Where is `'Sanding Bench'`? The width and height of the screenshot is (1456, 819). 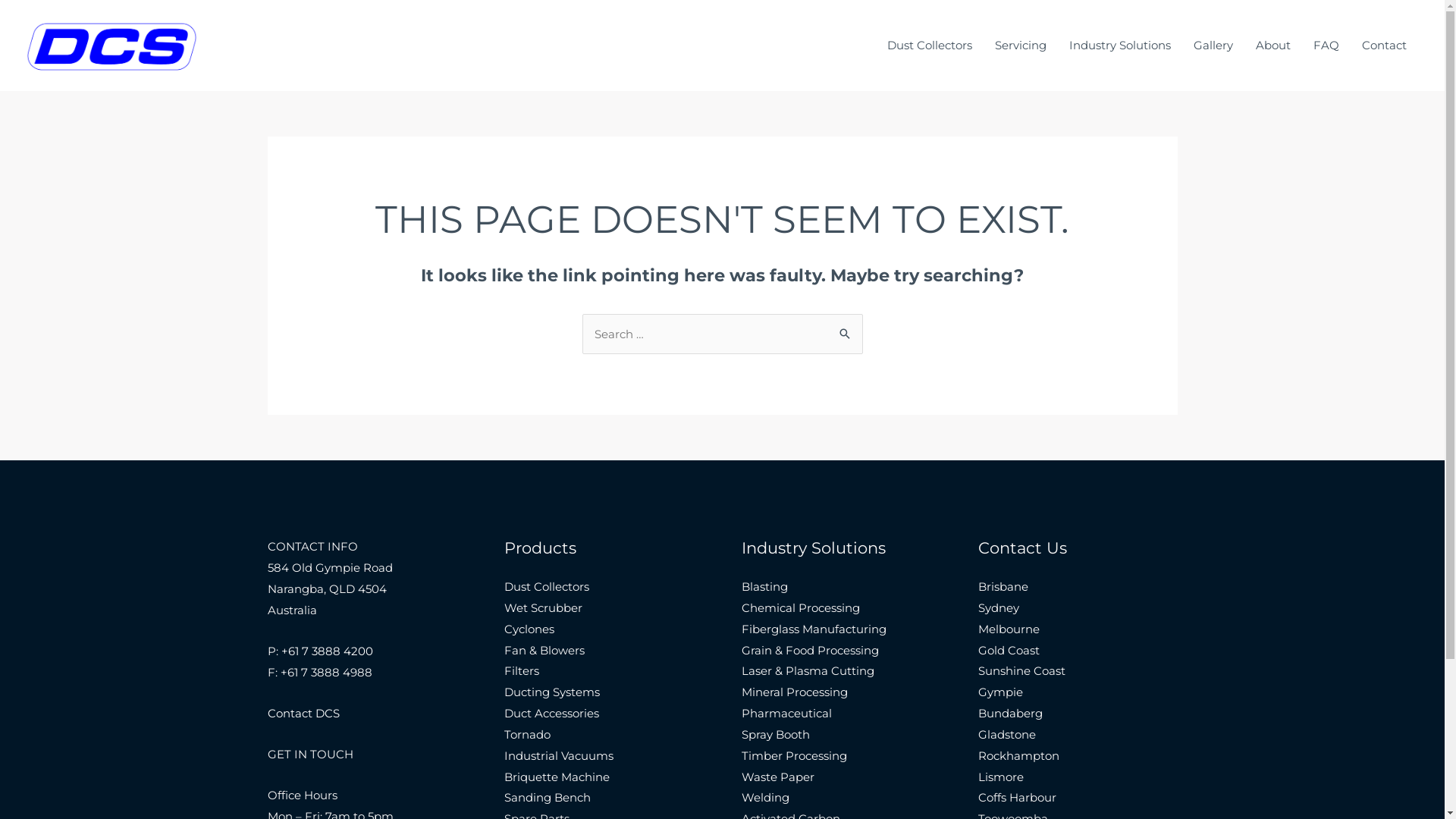
'Sanding Bench' is located at coordinates (546, 796).